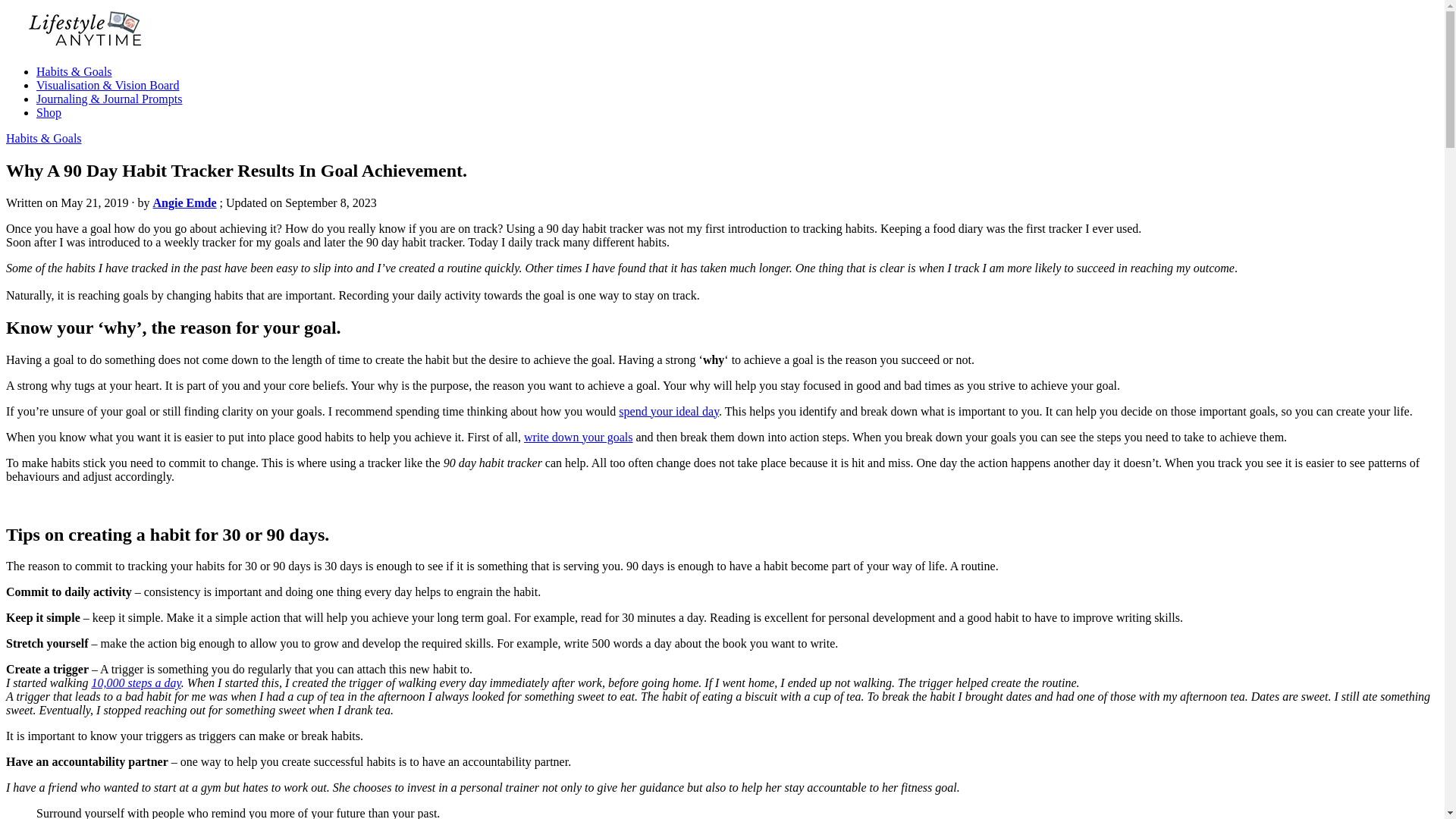 The height and width of the screenshot is (819, 1456). What do you see at coordinates (73, 71) in the screenshot?
I see `'Habits & Goals'` at bounding box center [73, 71].